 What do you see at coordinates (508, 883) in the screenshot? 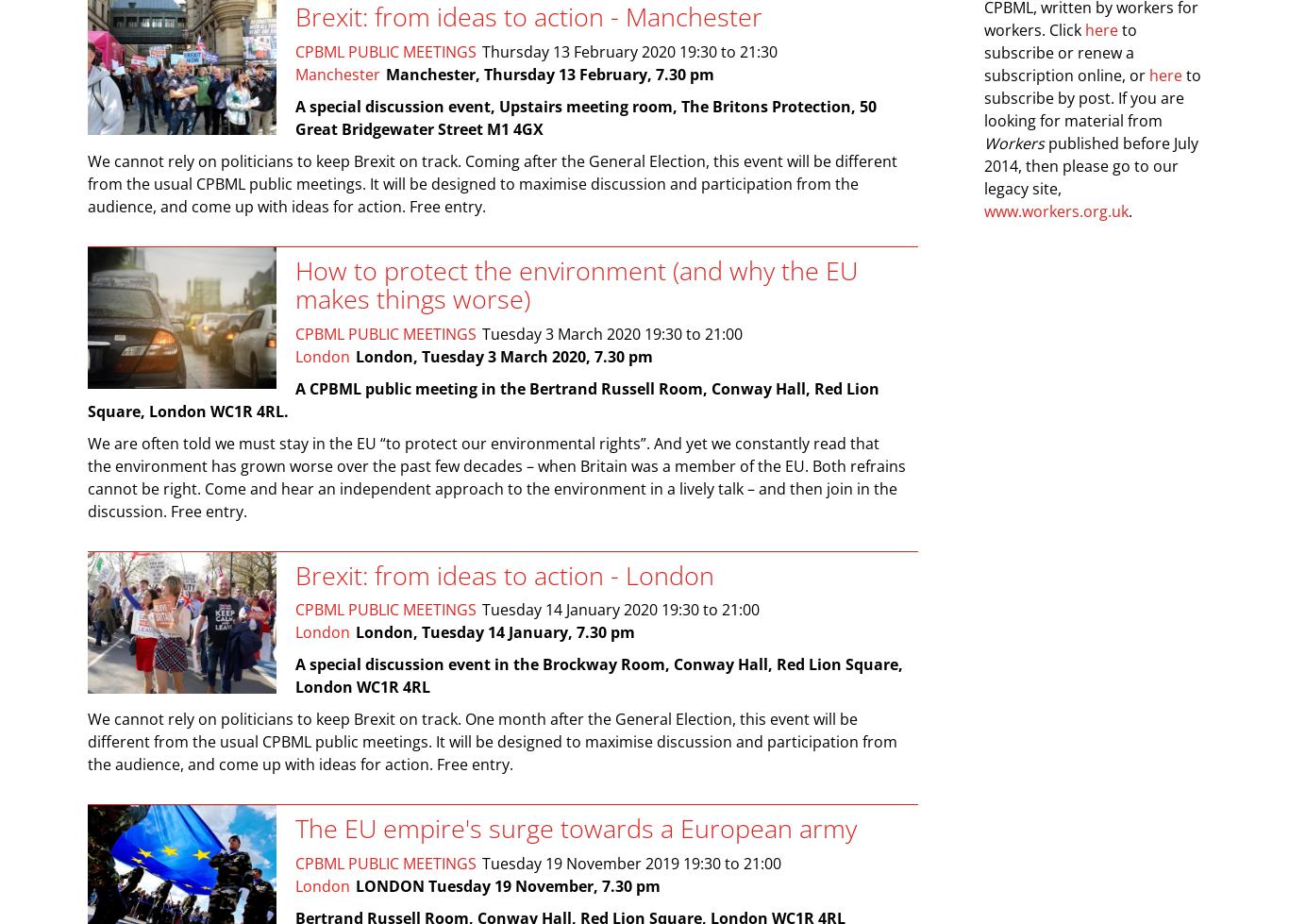
I see `'LONDON Tuesday 19 November, 7.30 pm'` at bounding box center [508, 883].